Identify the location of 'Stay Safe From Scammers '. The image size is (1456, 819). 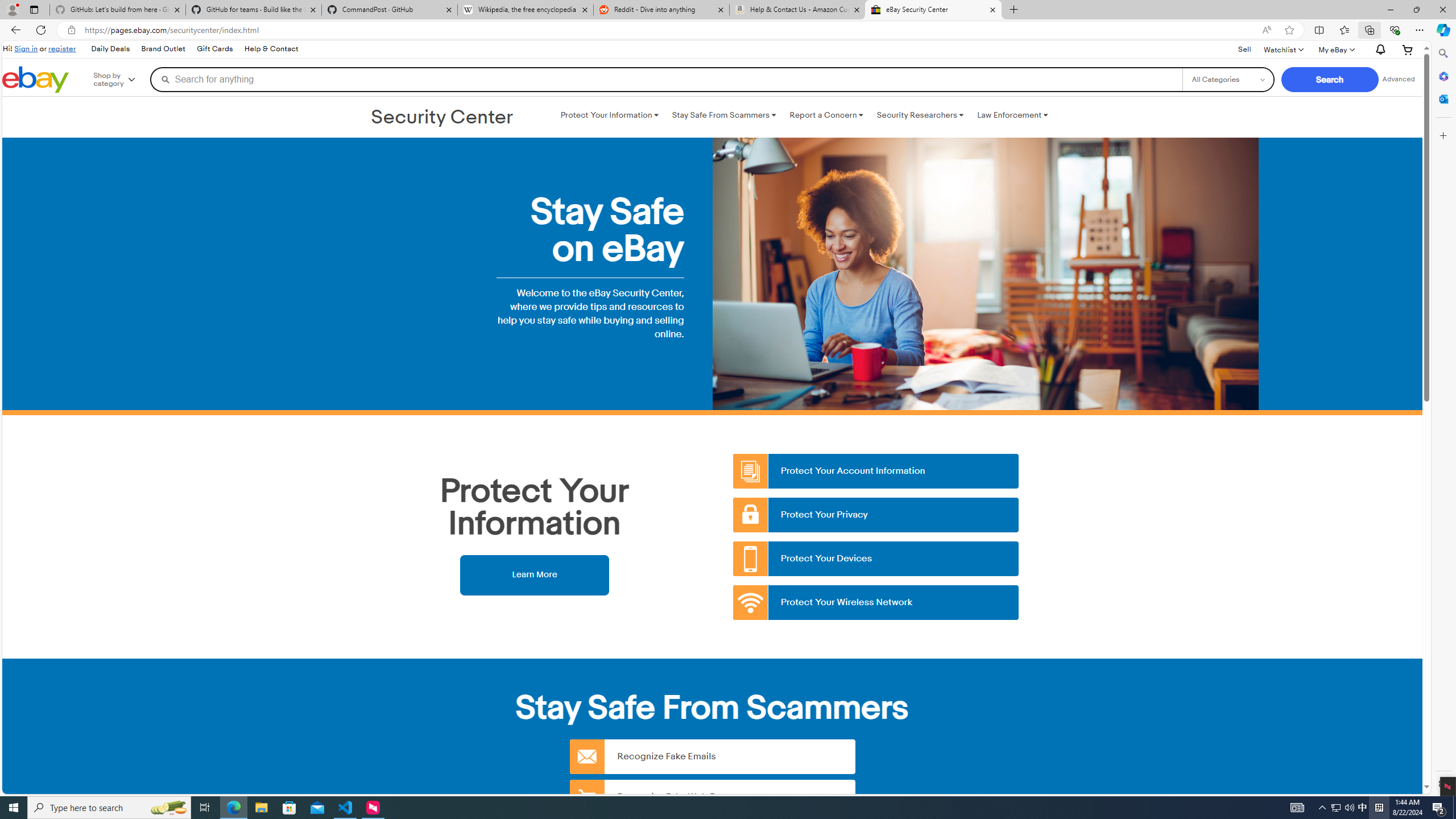
(723, 115).